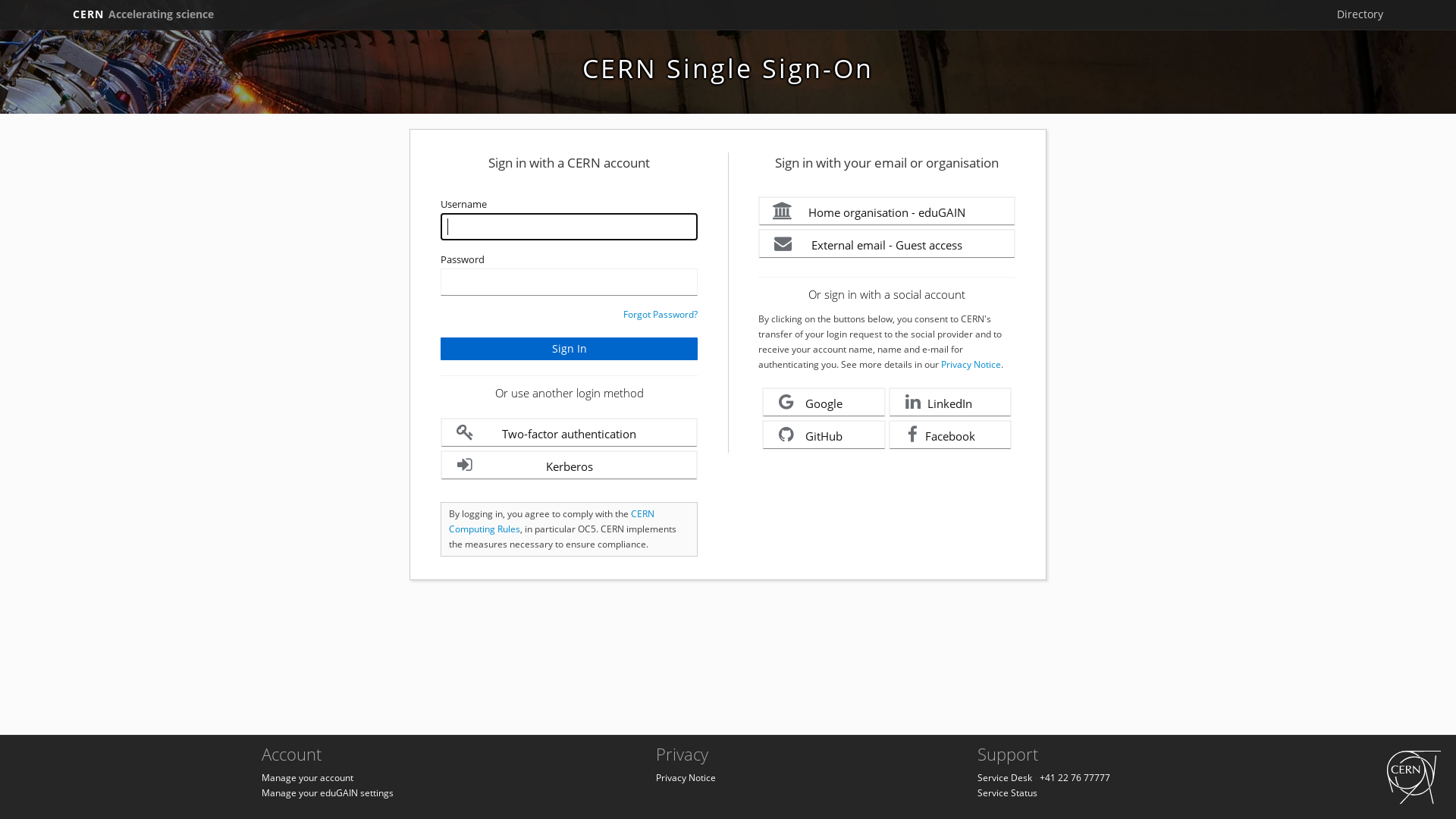 The image size is (1456, 819). What do you see at coordinates (823, 401) in the screenshot?
I see `'Google'` at bounding box center [823, 401].